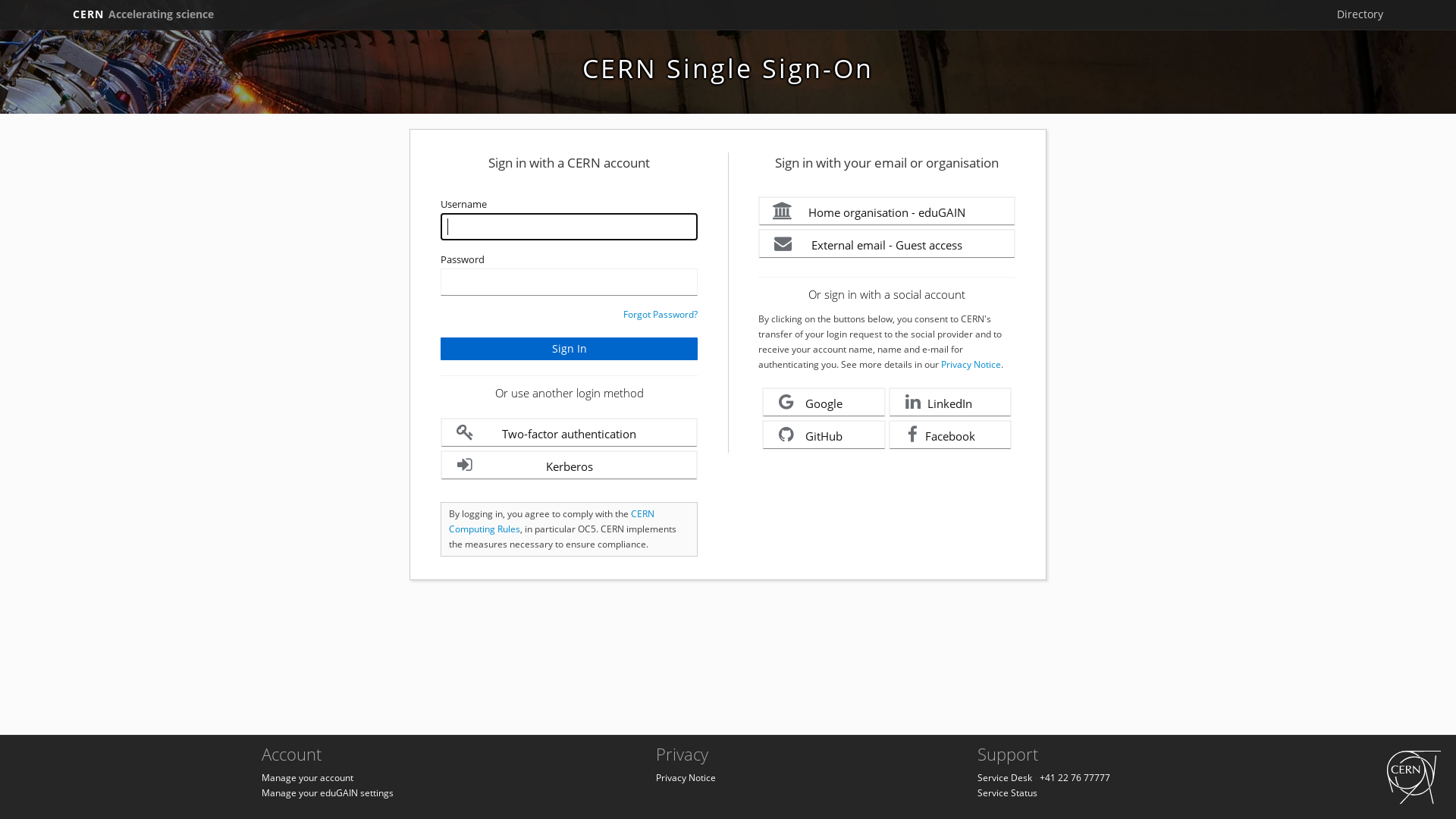 The image size is (1456, 819). What do you see at coordinates (823, 401) in the screenshot?
I see `'Google'` at bounding box center [823, 401].